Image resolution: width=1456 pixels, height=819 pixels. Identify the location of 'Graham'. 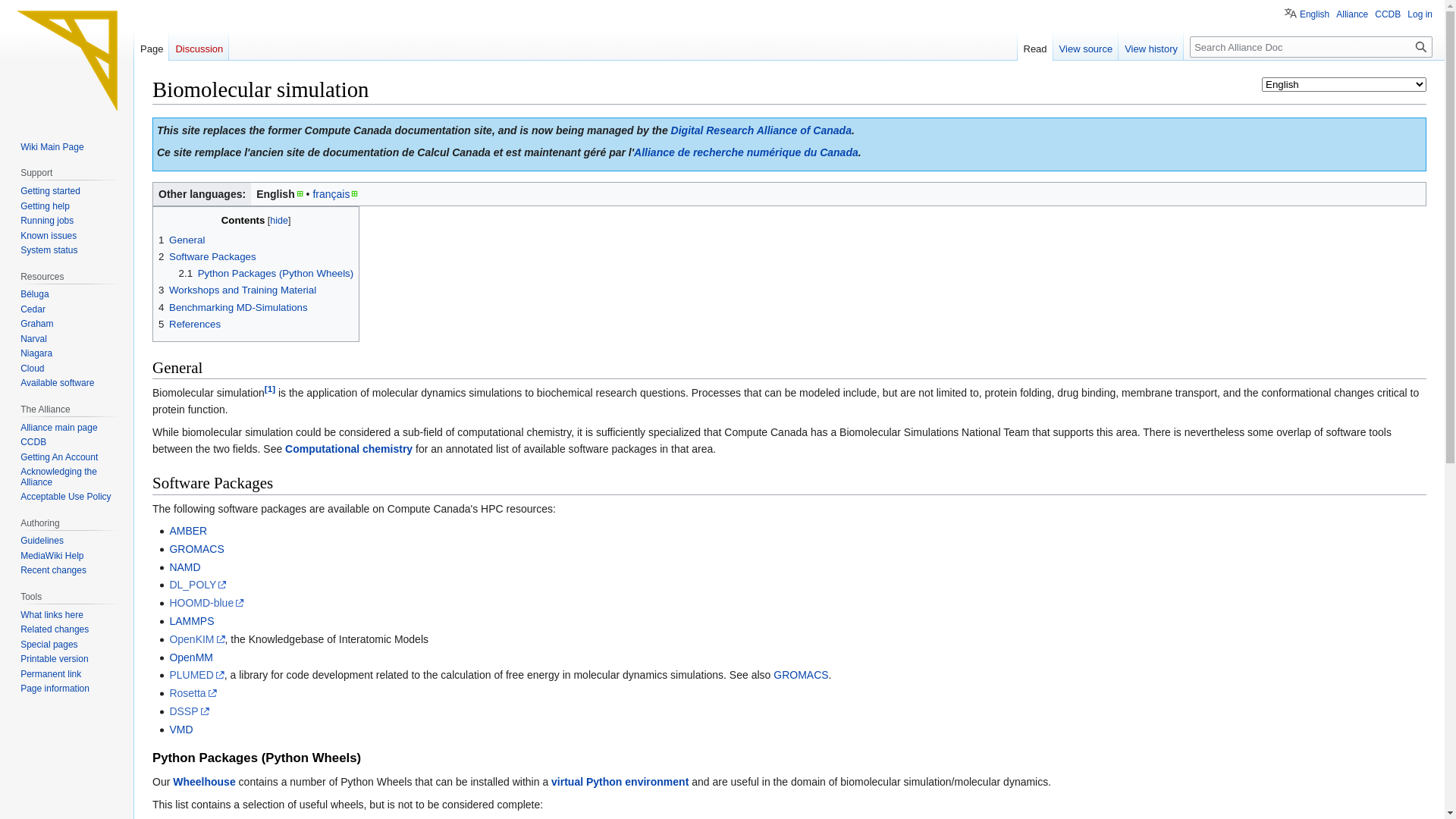
(36, 323).